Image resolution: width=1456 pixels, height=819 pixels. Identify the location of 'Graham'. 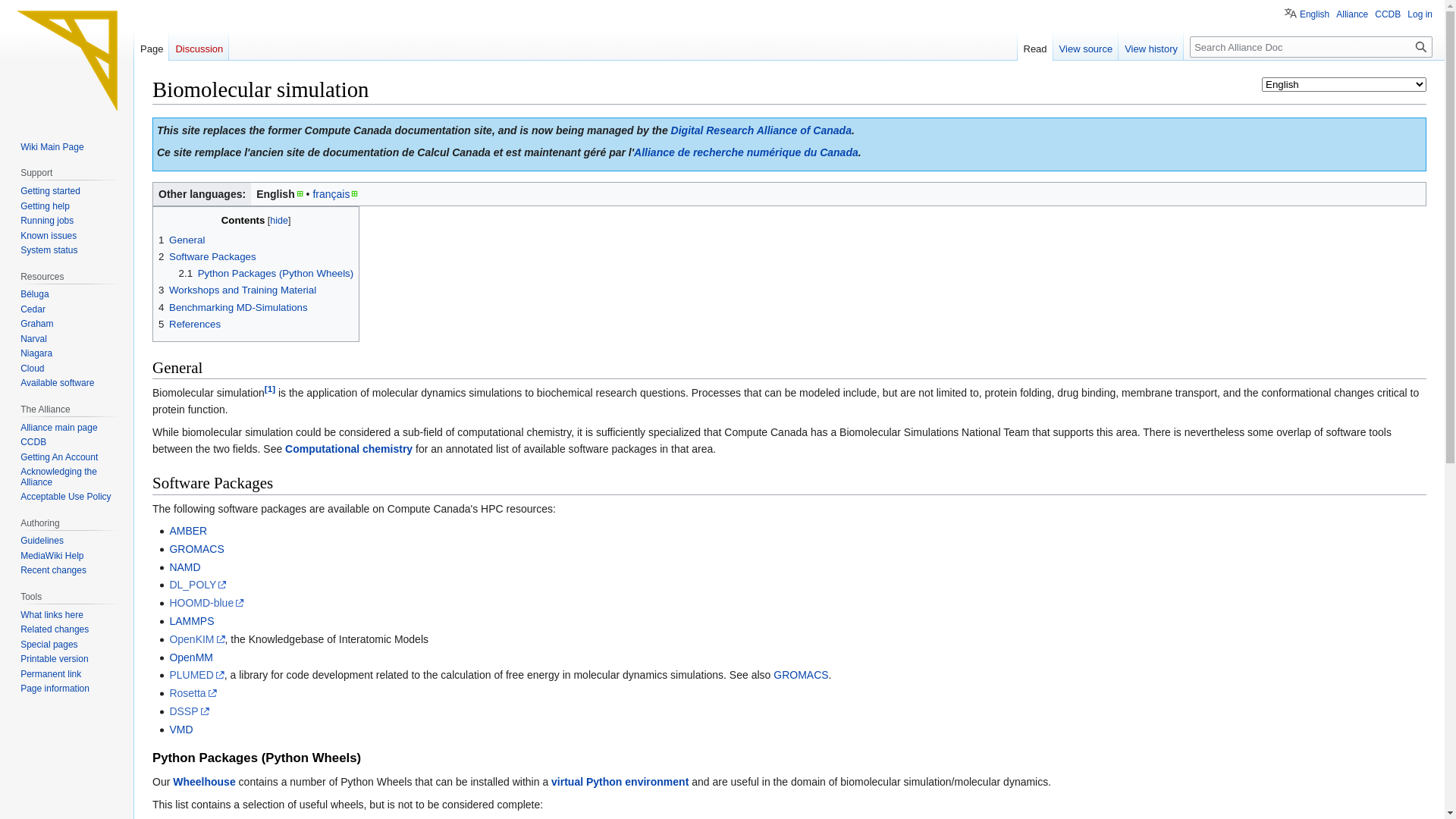
(36, 323).